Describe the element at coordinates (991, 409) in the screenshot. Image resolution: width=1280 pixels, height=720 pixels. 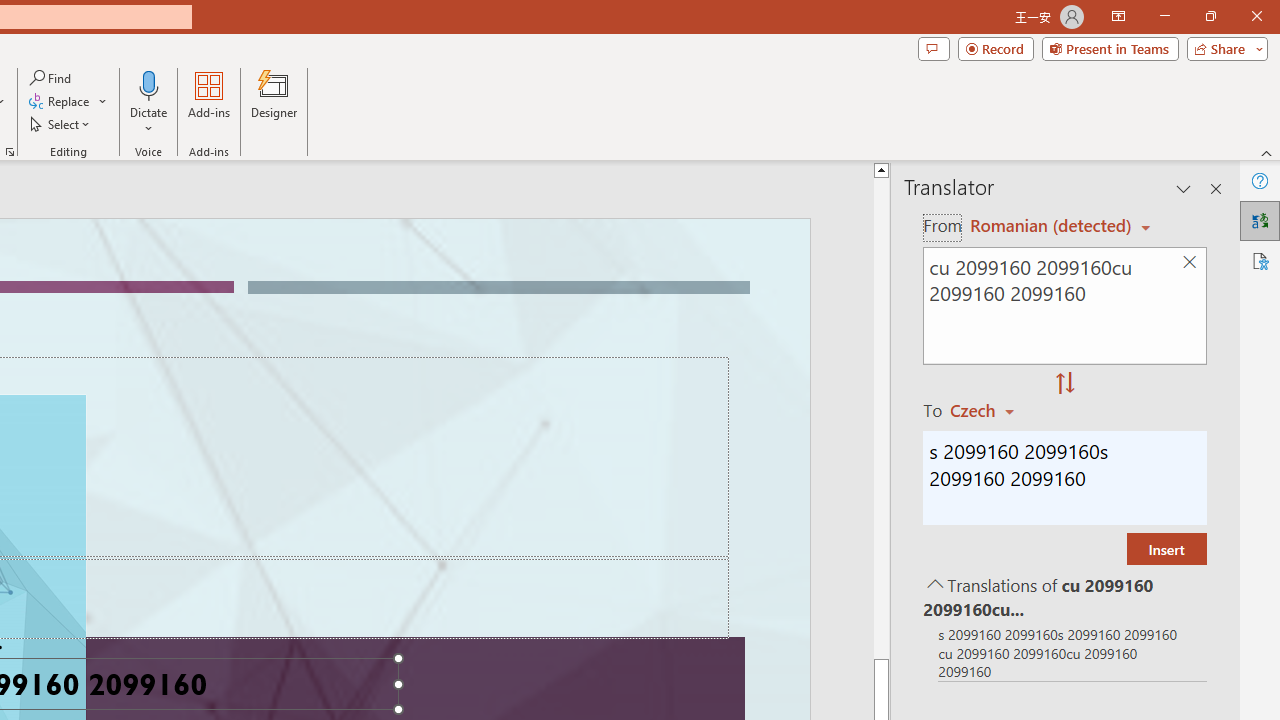
I see `'Czech'` at that location.